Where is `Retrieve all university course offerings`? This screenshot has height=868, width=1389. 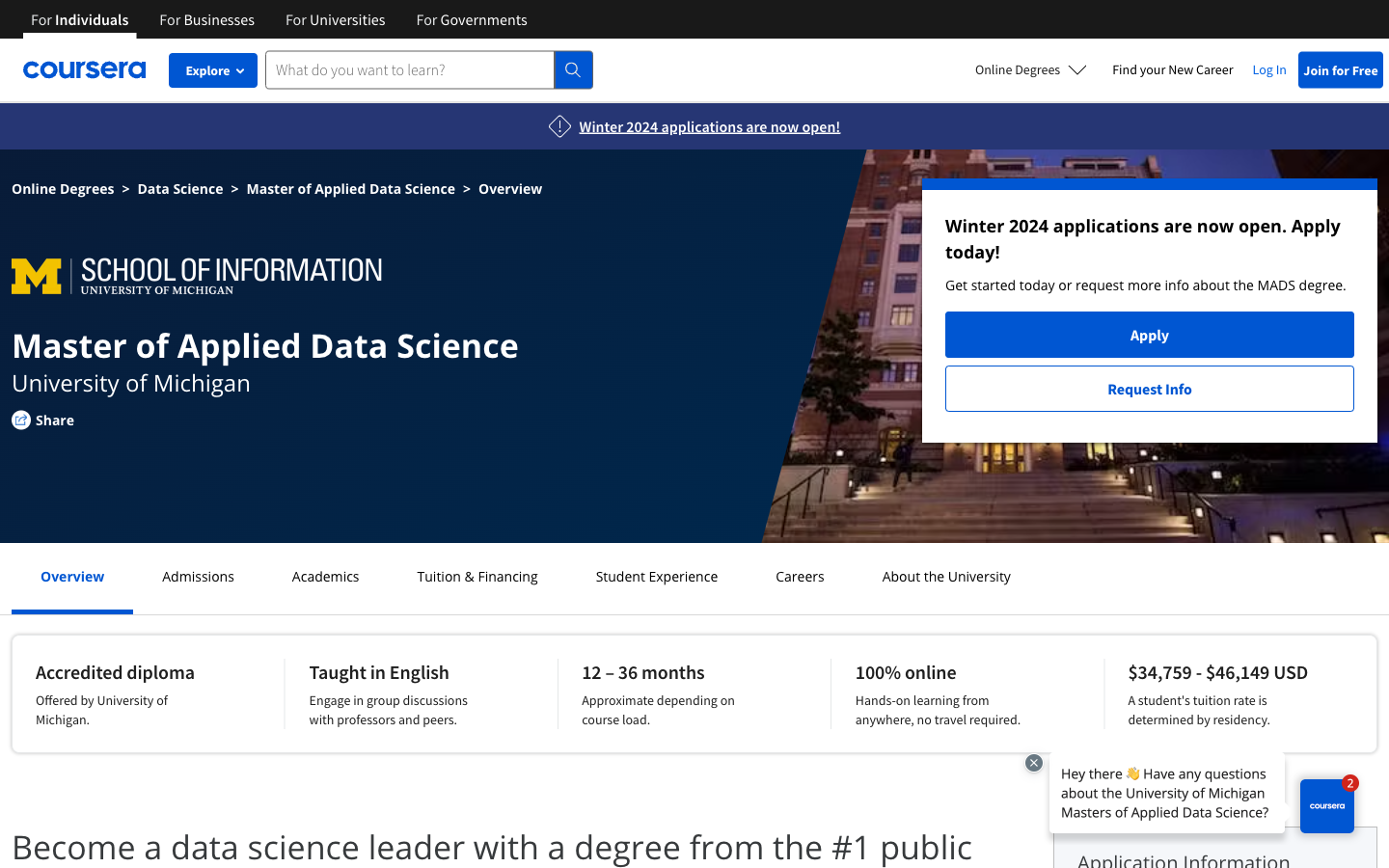 Retrieve all university course offerings is located at coordinates (335, 17).